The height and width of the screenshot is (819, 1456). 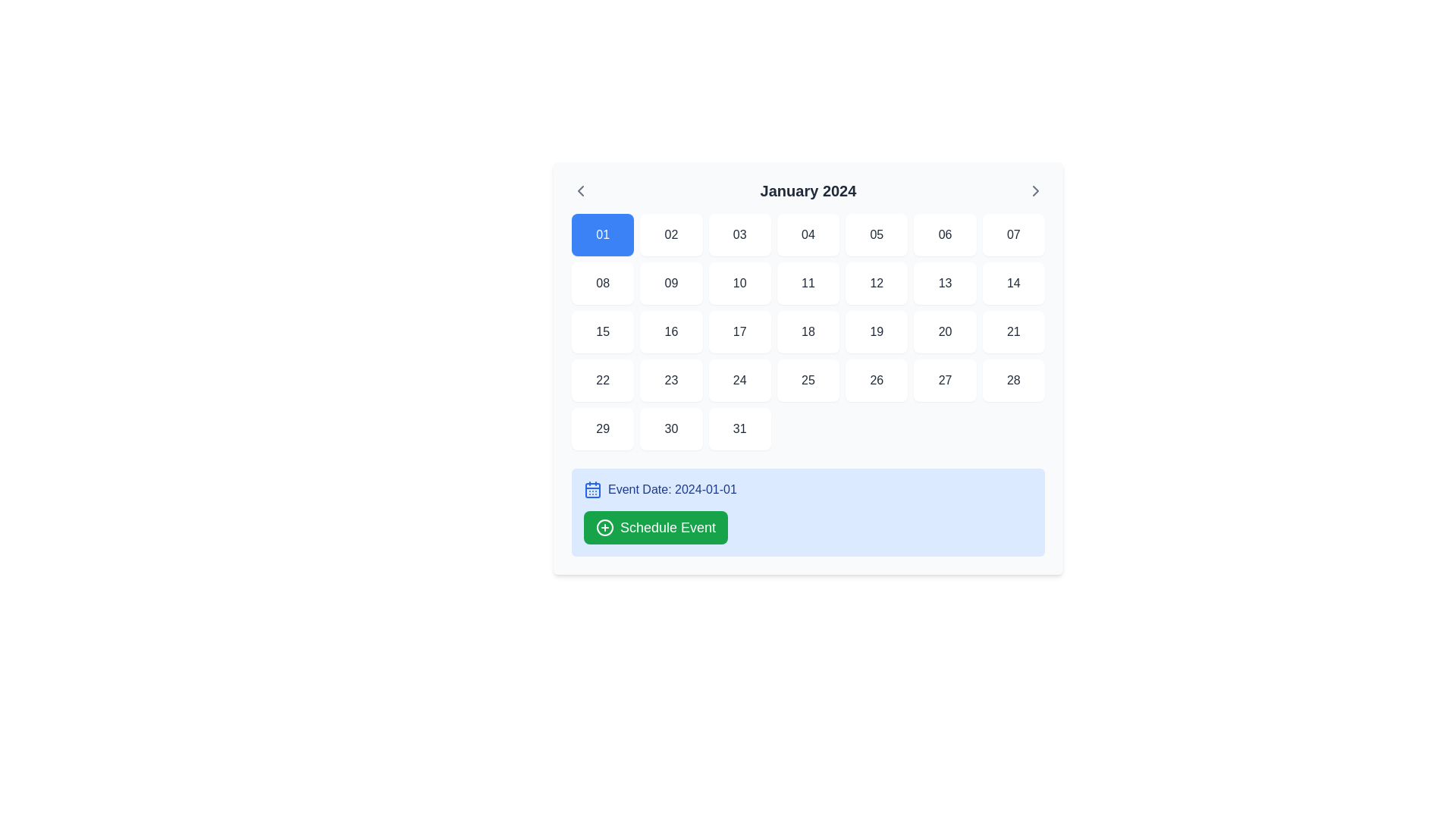 What do you see at coordinates (670, 234) in the screenshot?
I see `the button labeled '02' in the calendar interface to interact` at bounding box center [670, 234].